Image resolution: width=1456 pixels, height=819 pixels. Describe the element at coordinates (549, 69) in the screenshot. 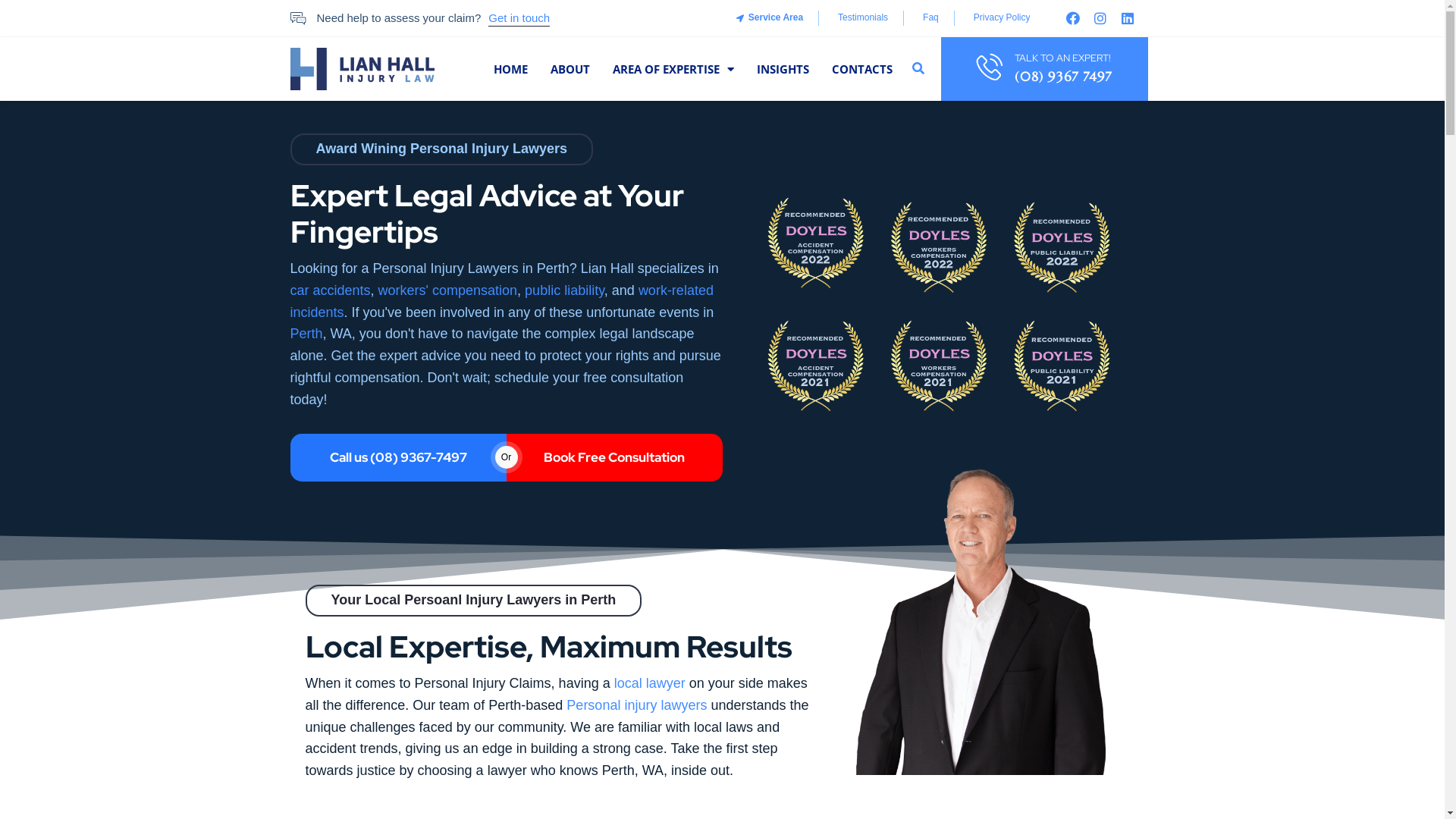

I see `'ABOUT'` at that location.